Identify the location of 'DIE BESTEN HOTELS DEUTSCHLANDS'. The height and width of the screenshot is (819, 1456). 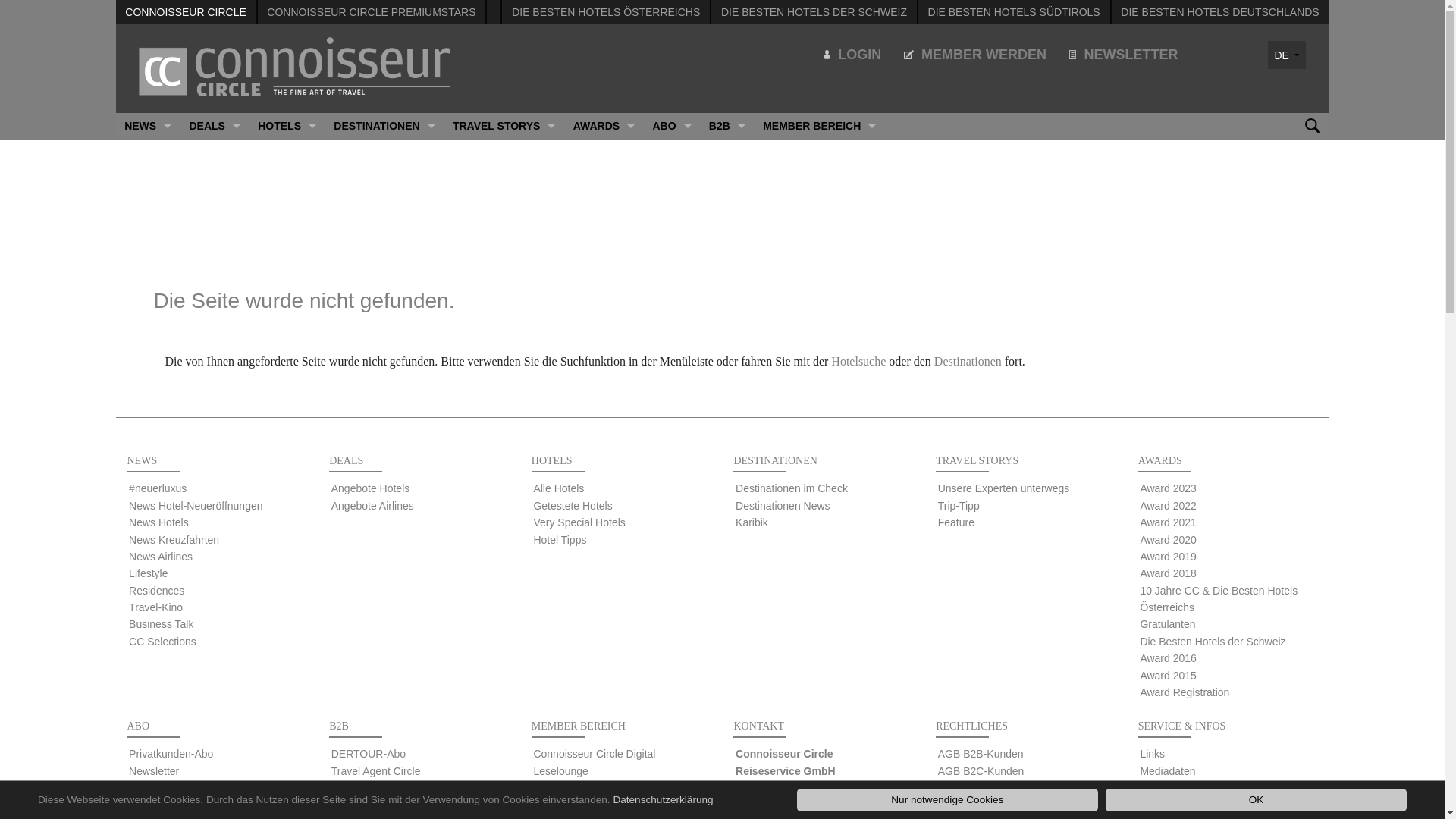
(1121, 11).